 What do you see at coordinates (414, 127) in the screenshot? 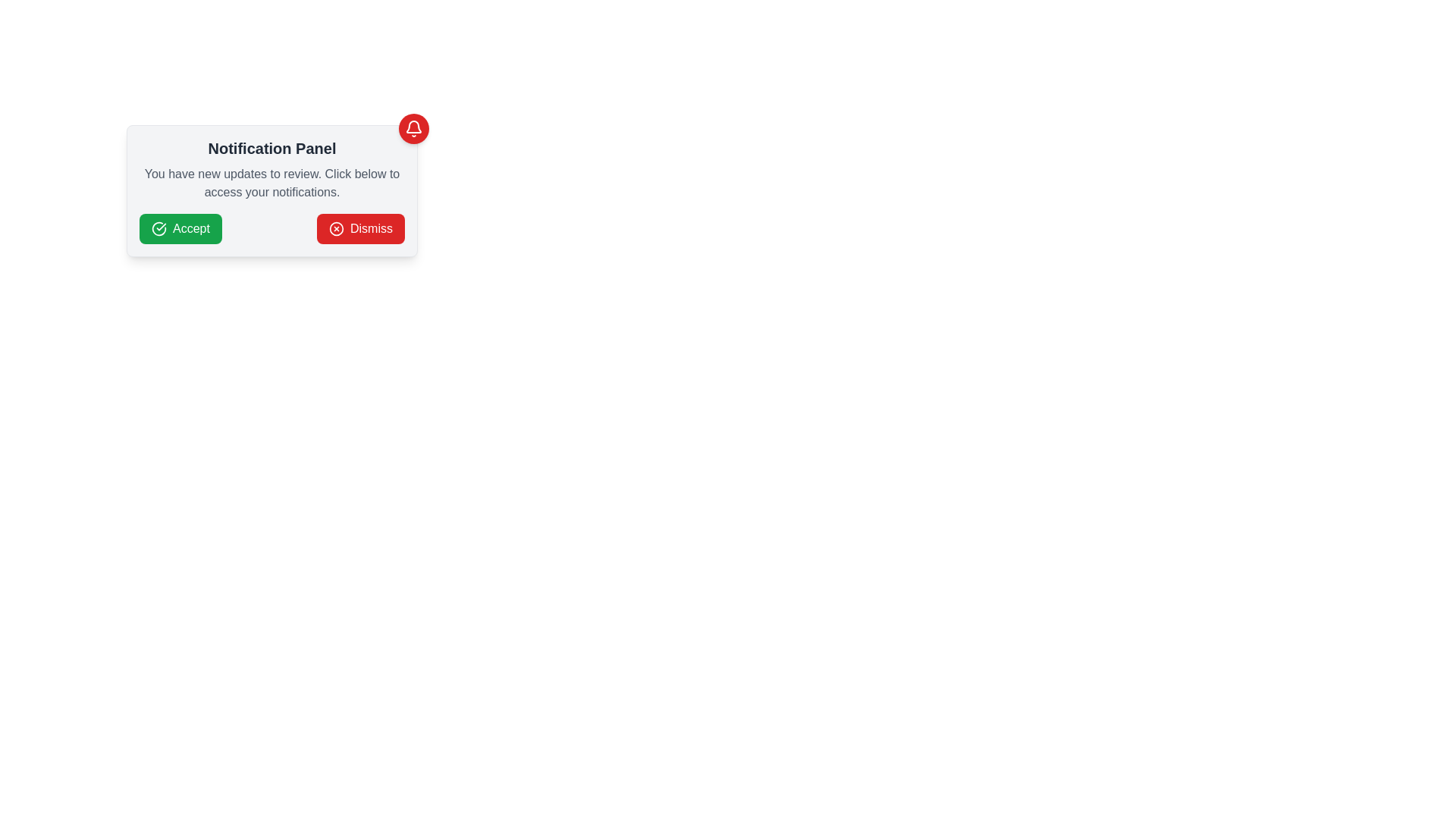
I see `the bell-shaped notification icon with a red circular background located at the upper-right corner of the notification panel to interact` at bounding box center [414, 127].